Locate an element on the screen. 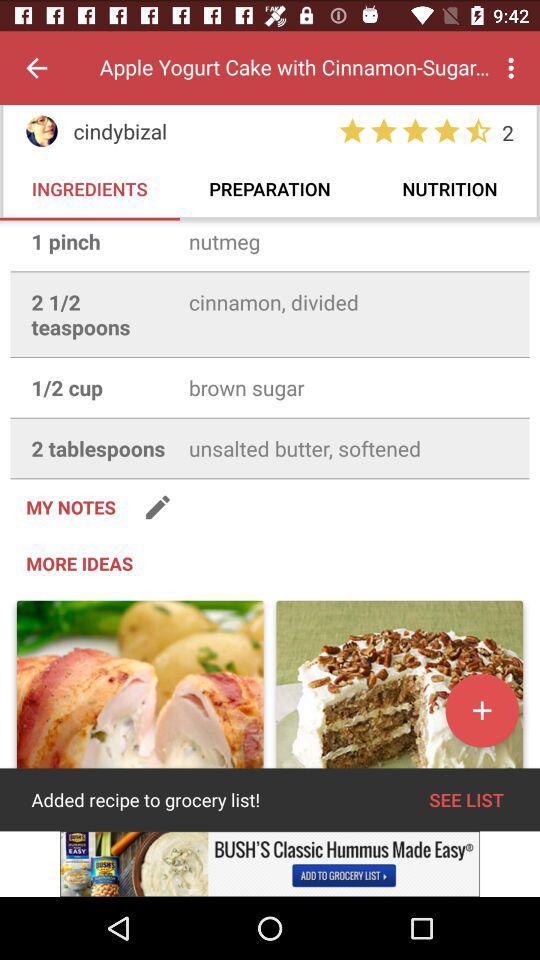 The width and height of the screenshot is (540, 960). menu button is located at coordinates (514, 68).